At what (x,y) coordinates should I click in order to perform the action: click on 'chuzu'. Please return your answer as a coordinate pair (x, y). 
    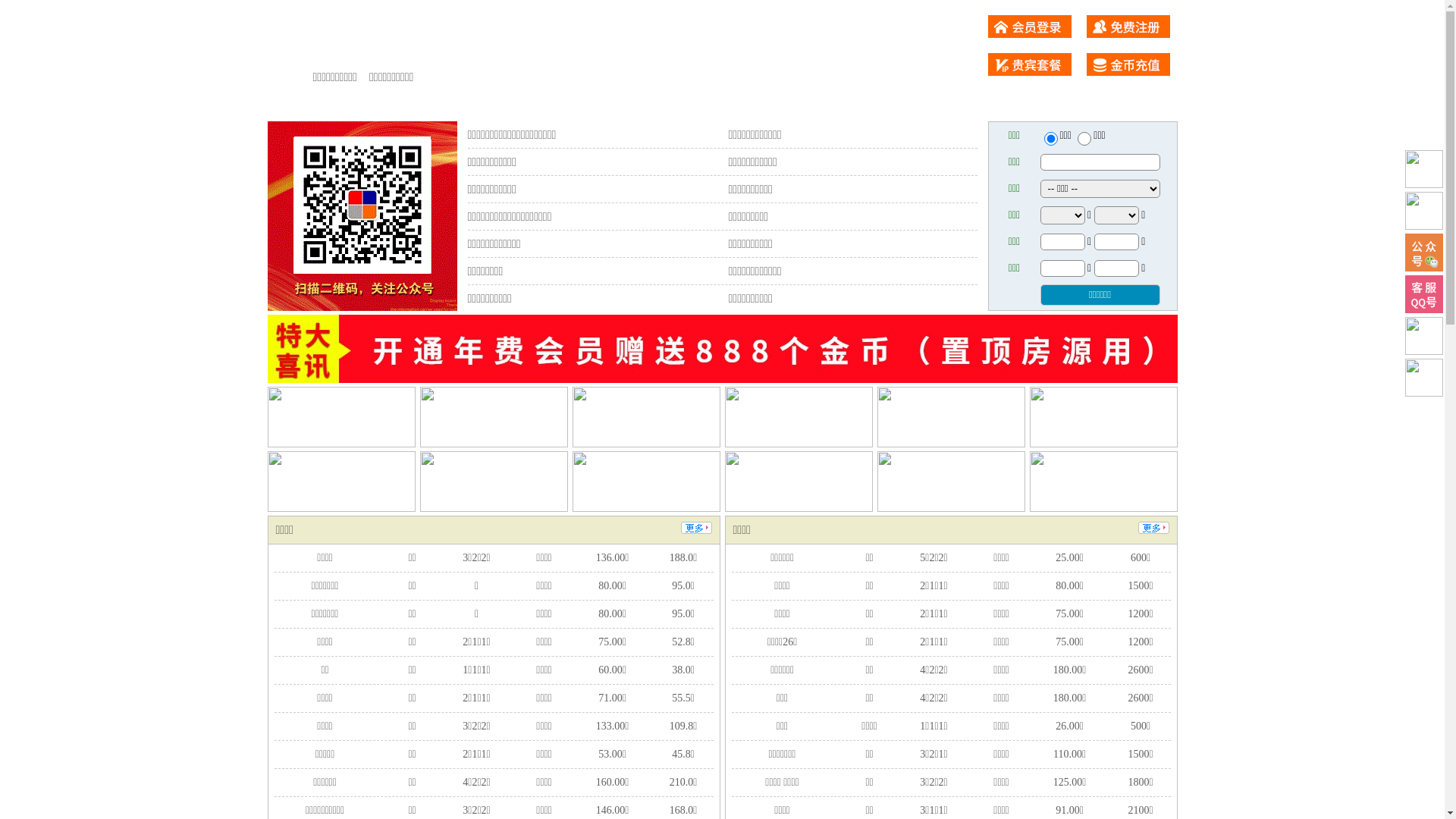
    Looking at the image, I should click on (1084, 138).